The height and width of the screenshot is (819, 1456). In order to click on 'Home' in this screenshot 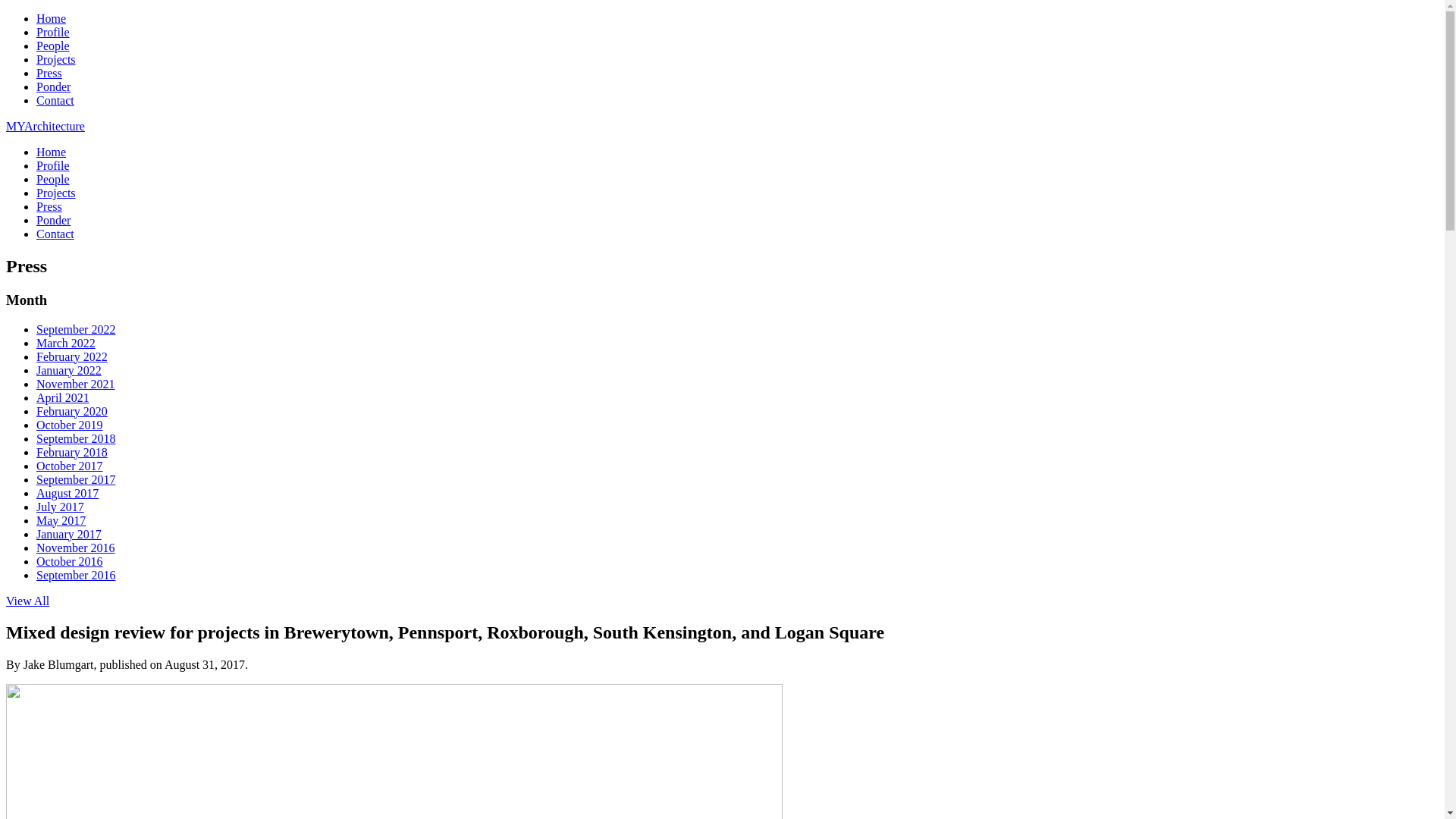, I will do `click(51, 152)`.